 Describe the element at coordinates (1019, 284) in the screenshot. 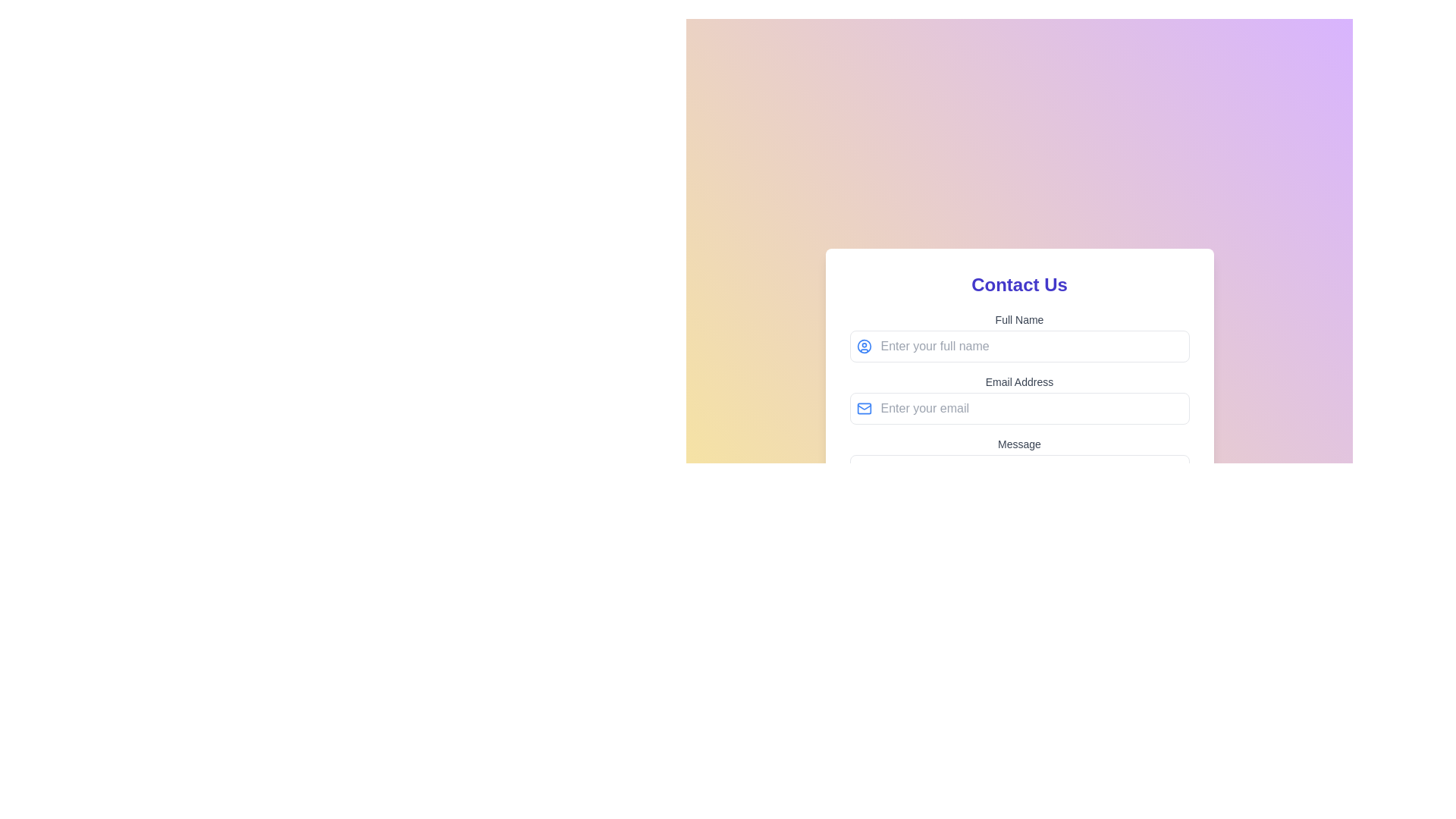

I see `the Heading text that serves as the header for the 'Contact Us' form, located at the top of the white card form` at that location.